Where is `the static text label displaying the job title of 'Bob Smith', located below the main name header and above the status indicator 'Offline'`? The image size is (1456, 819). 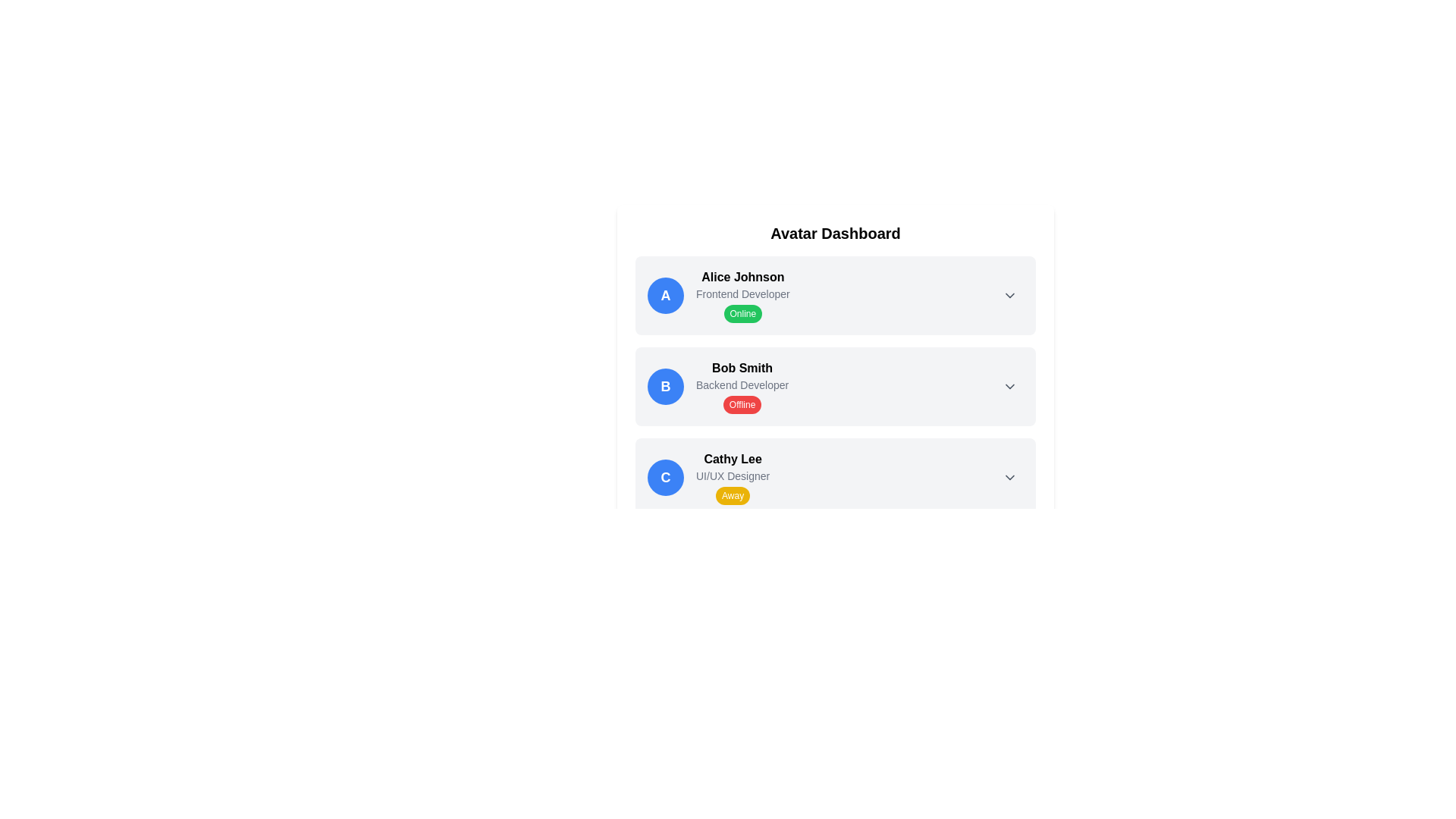 the static text label displaying the job title of 'Bob Smith', located below the main name header and above the status indicator 'Offline' is located at coordinates (742, 384).